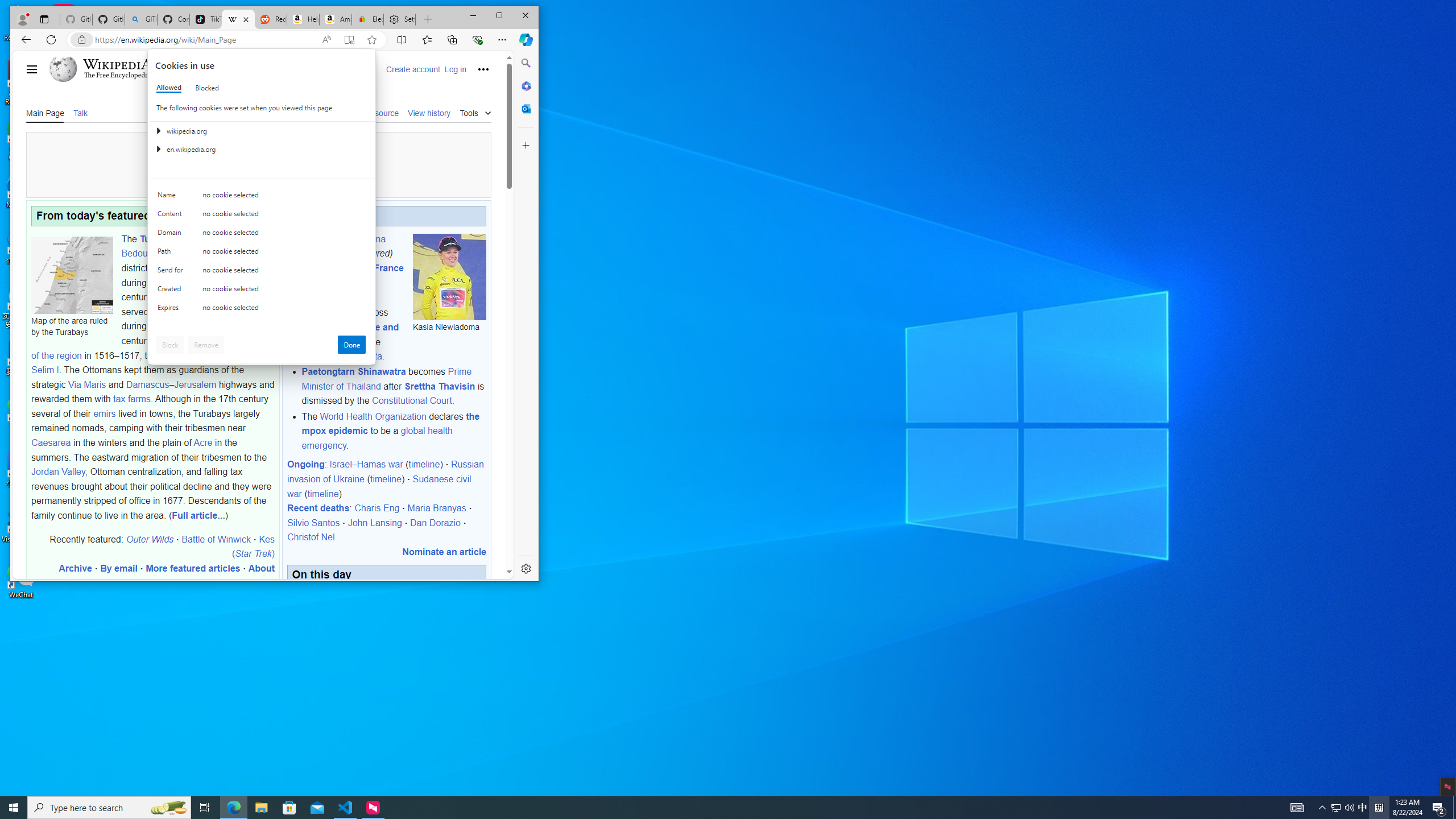 This screenshot has height=819, width=1456. Describe the element at coordinates (14, 806) in the screenshot. I see `'Start'` at that location.